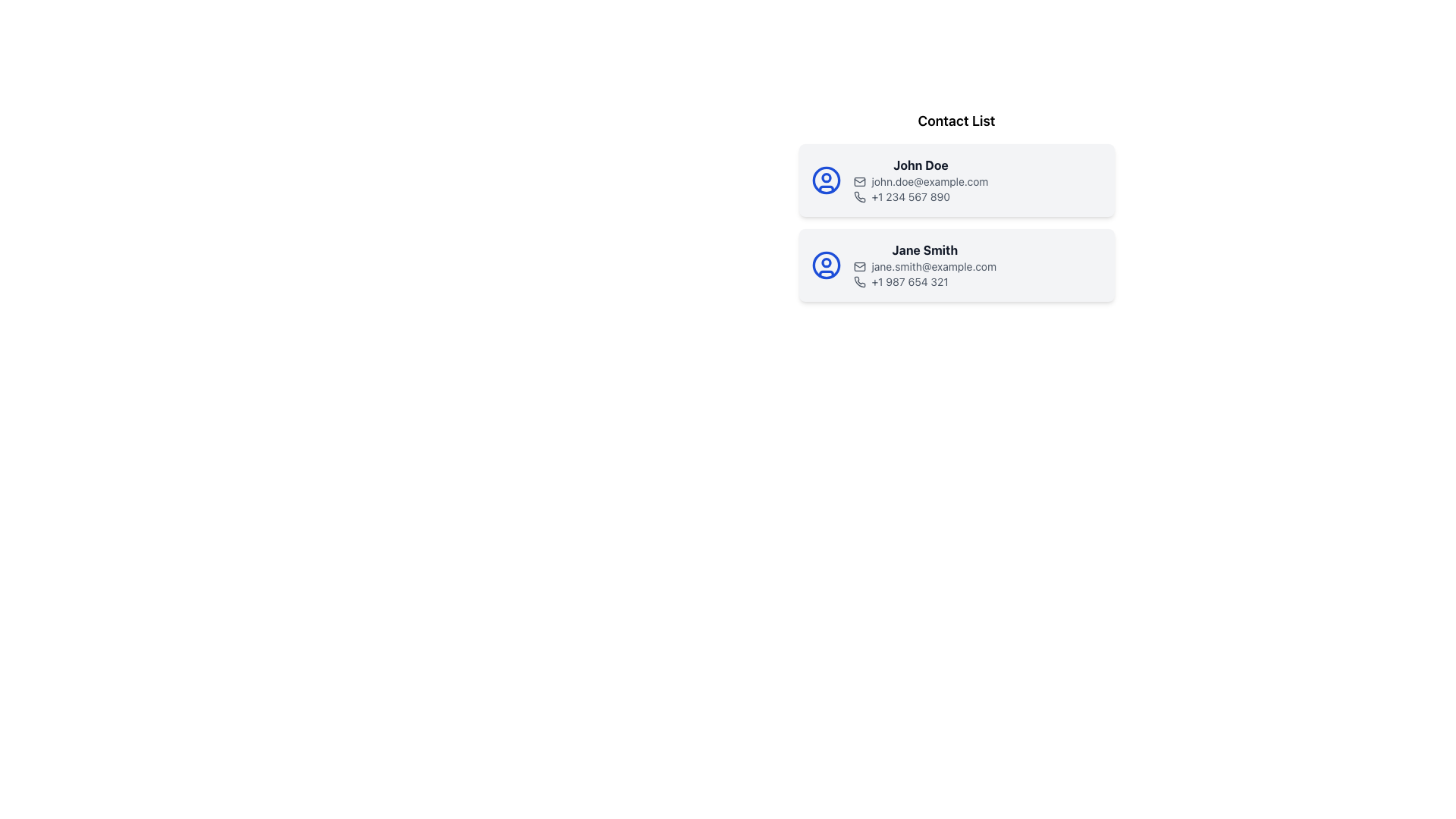 The width and height of the screenshot is (1456, 819). Describe the element at coordinates (924, 265) in the screenshot. I see `the text label displaying 'jane.smith@example.com', which is styled in small gray text and located beneath 'Jane Smith' in the contact list` at that location.